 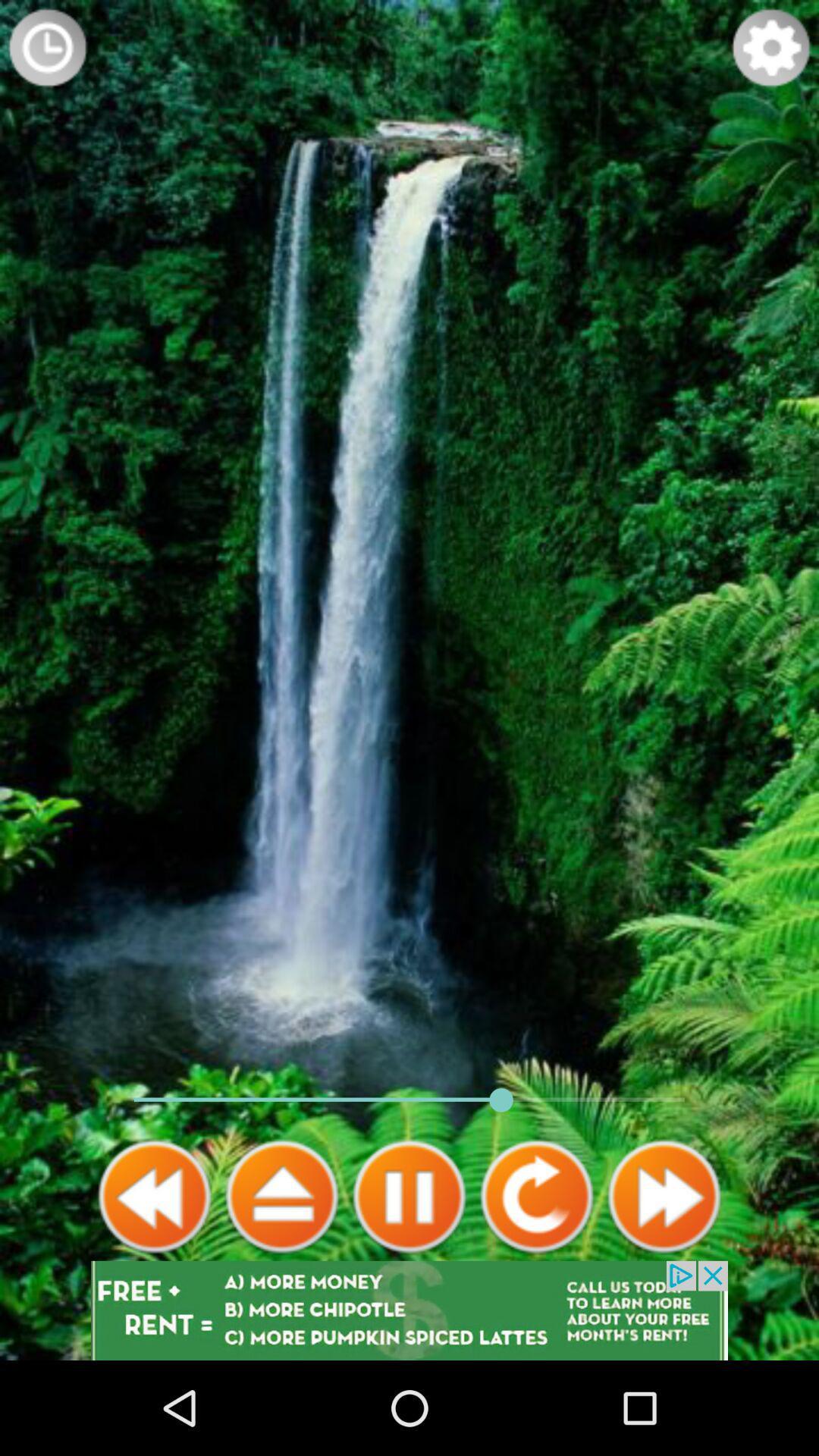 I want to click on next, so click(x=663, y=1196).